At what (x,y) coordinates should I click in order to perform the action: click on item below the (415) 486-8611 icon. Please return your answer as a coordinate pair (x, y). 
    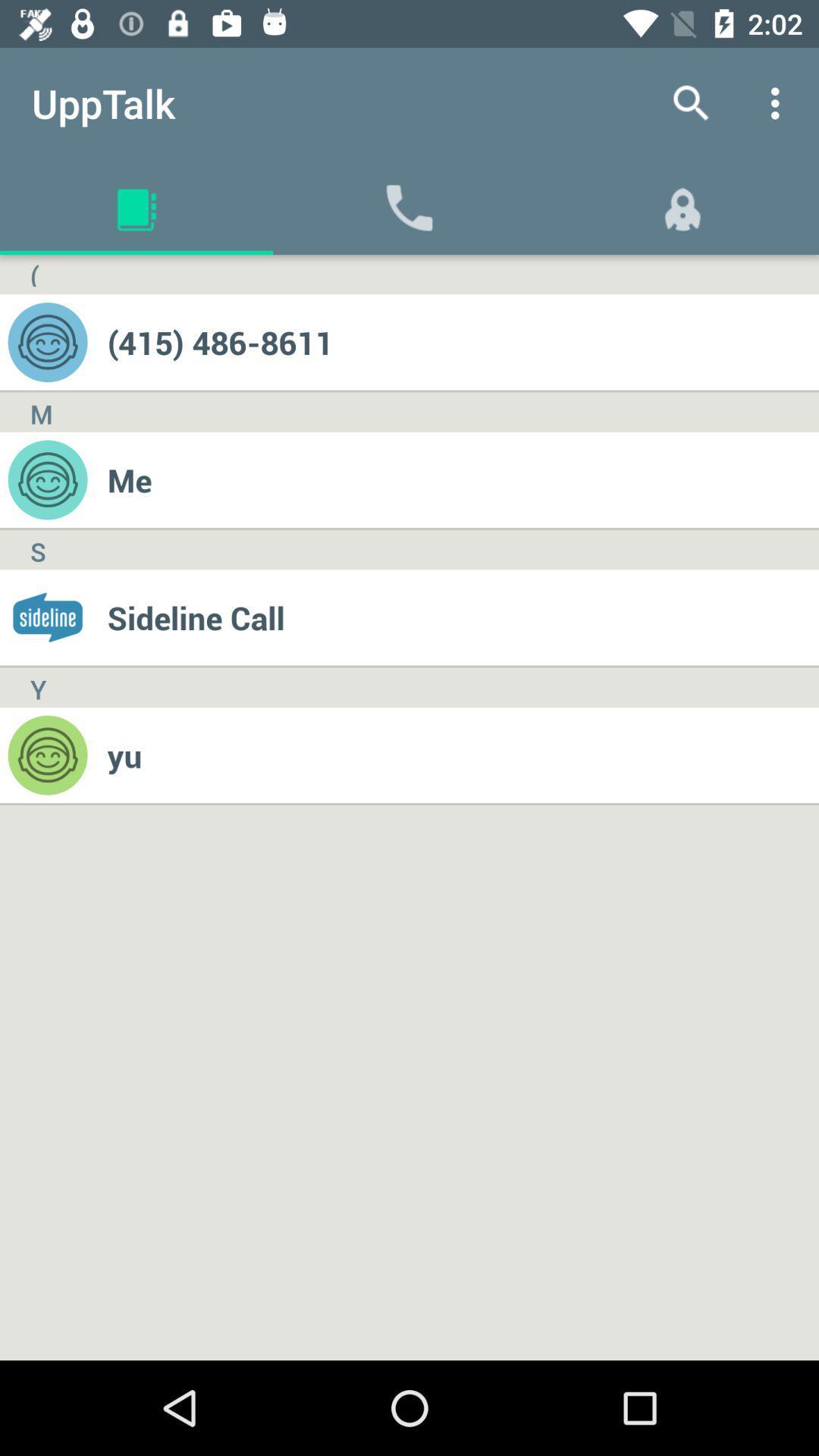
    Looking at the image, I should click on (462, 479).